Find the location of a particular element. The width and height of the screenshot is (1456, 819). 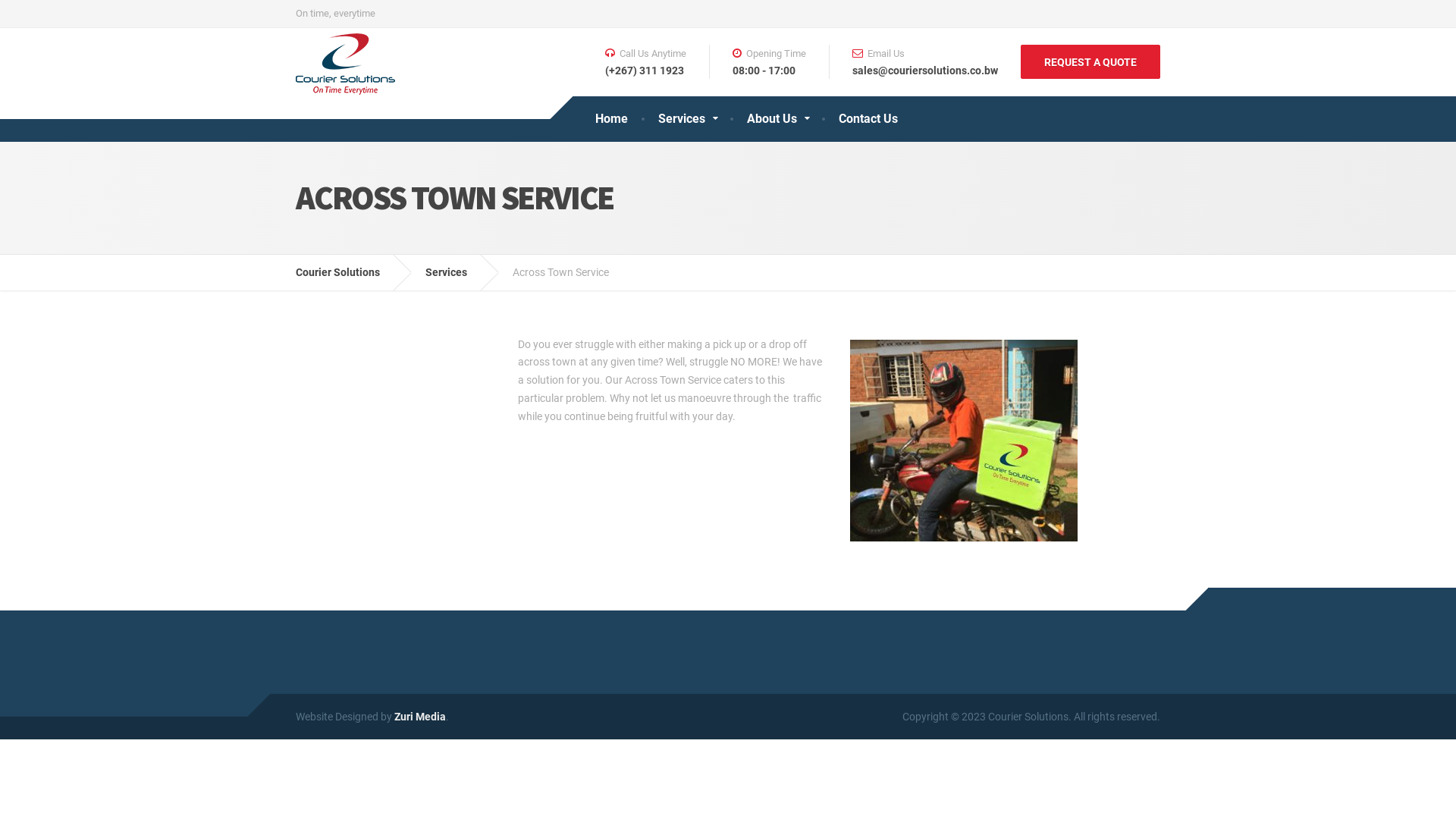

'Email Us is located at coordinates (912, 61).